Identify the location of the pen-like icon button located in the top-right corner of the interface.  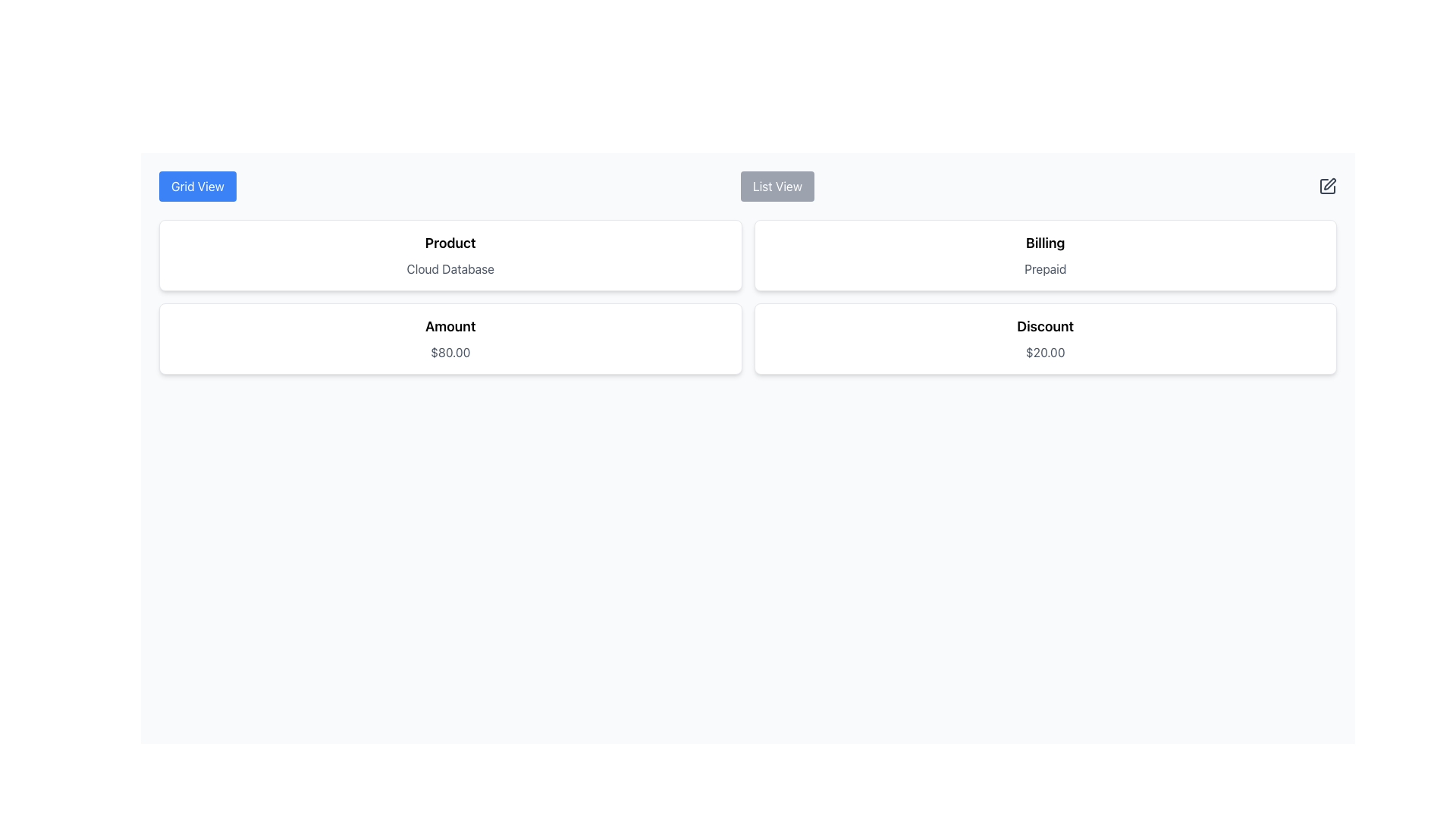
(1329, 184).